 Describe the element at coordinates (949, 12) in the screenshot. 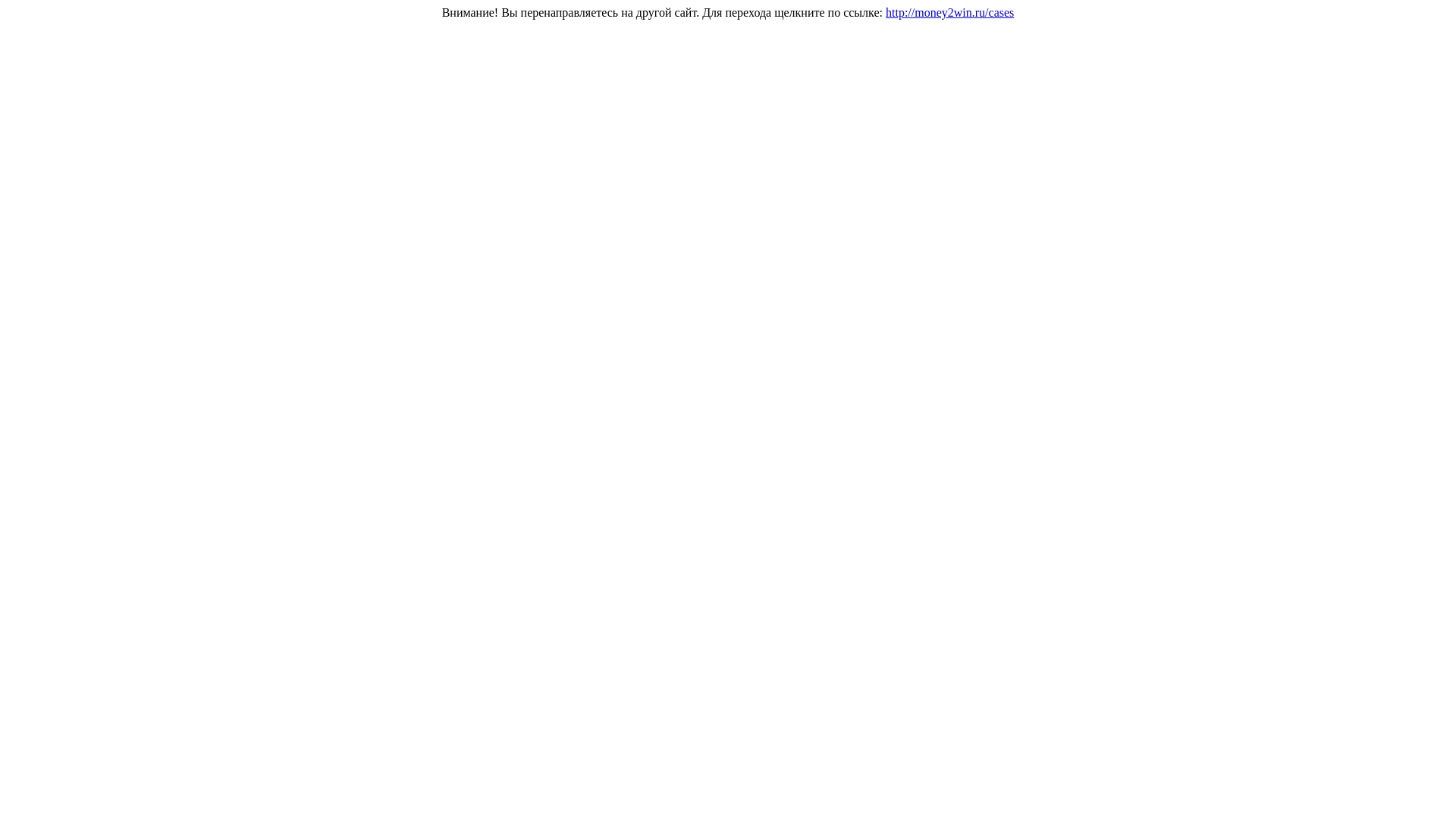

I see `'http://money2win.ru/cases'` at that location.